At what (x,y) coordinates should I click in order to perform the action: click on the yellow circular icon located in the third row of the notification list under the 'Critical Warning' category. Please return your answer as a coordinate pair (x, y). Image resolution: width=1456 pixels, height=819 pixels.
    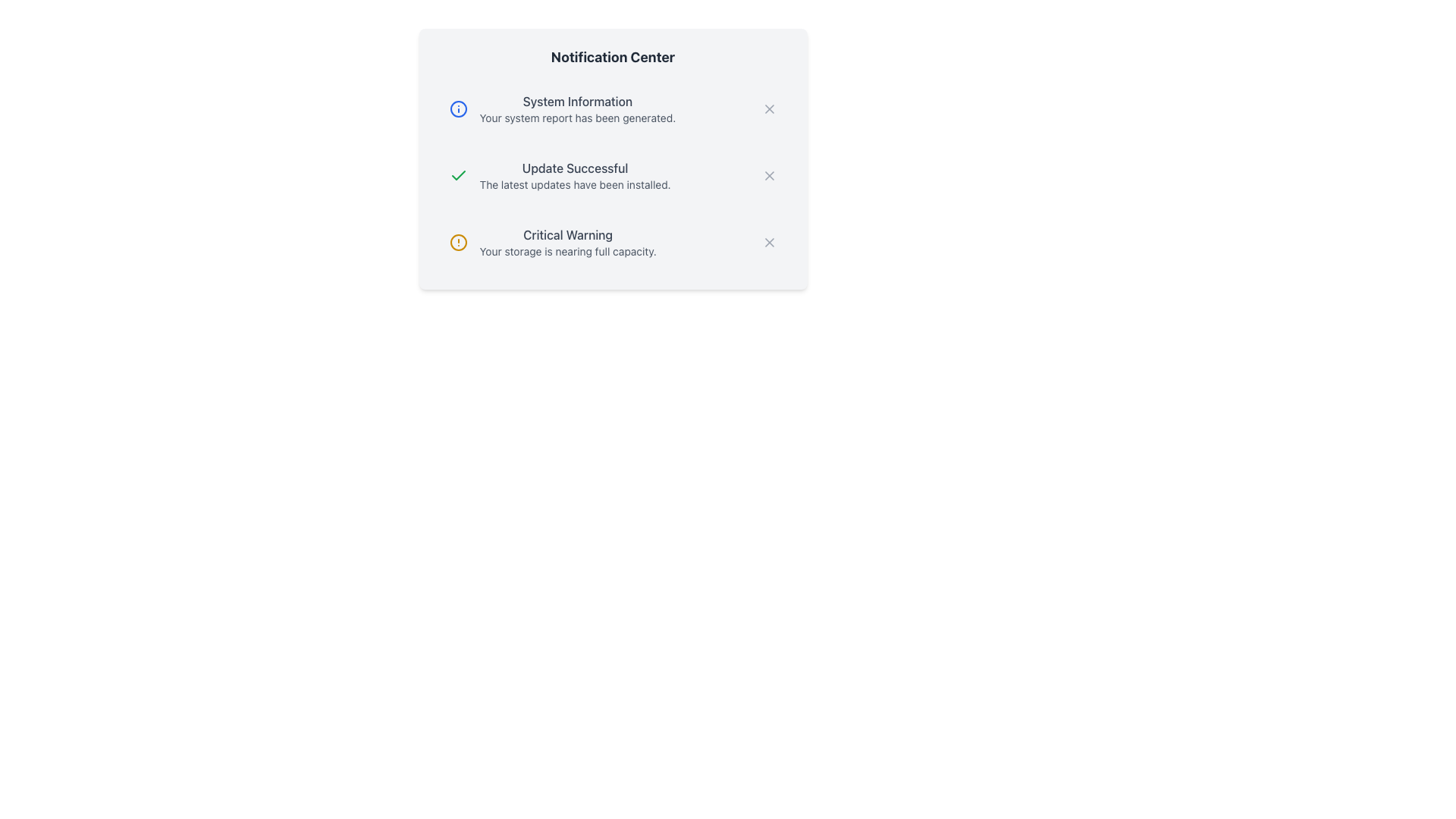
    Looking at the image, I should click on (457, 242).